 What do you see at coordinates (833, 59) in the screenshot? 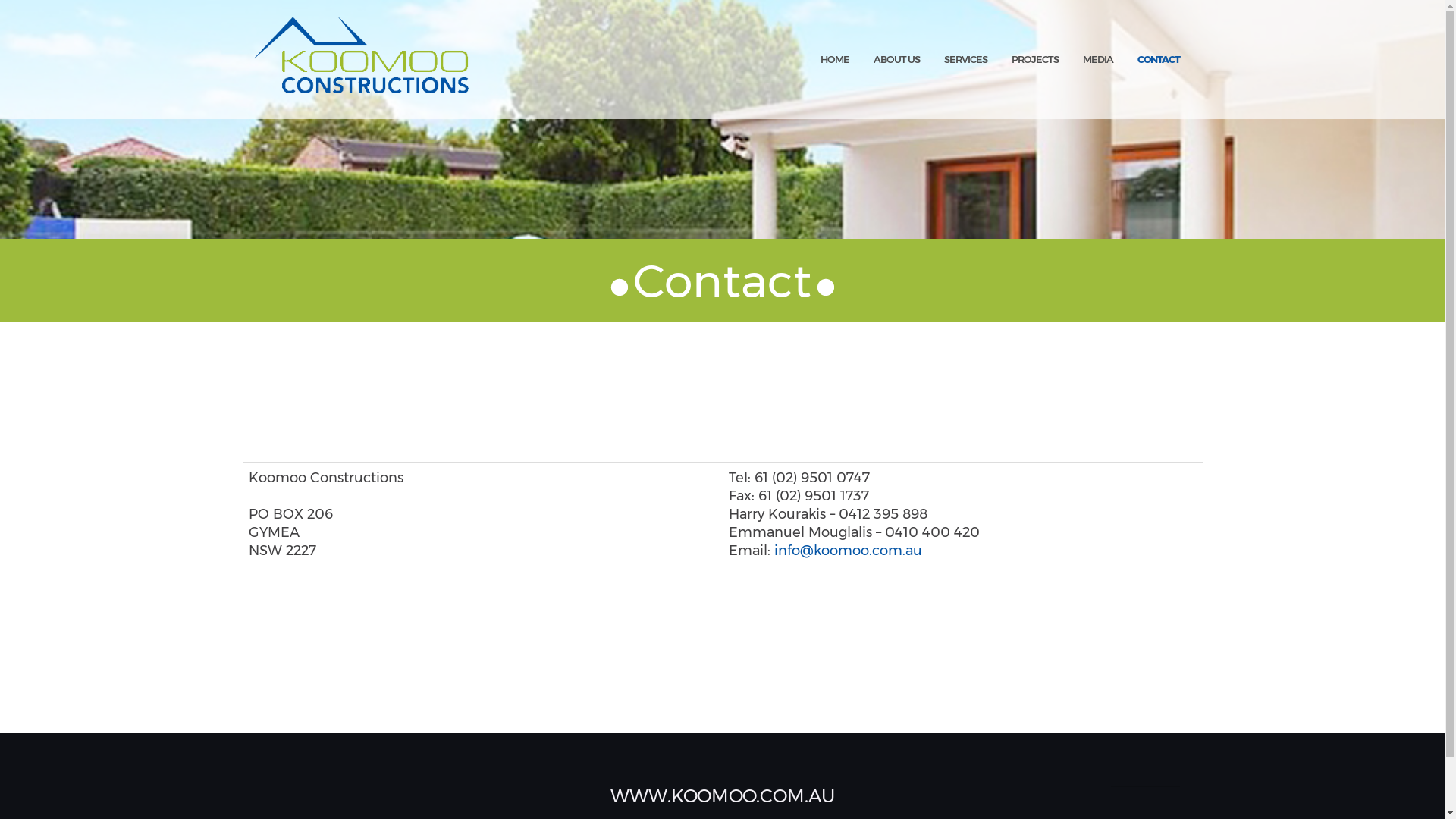
I see `'HOME'` at bounding box center [833, 59].